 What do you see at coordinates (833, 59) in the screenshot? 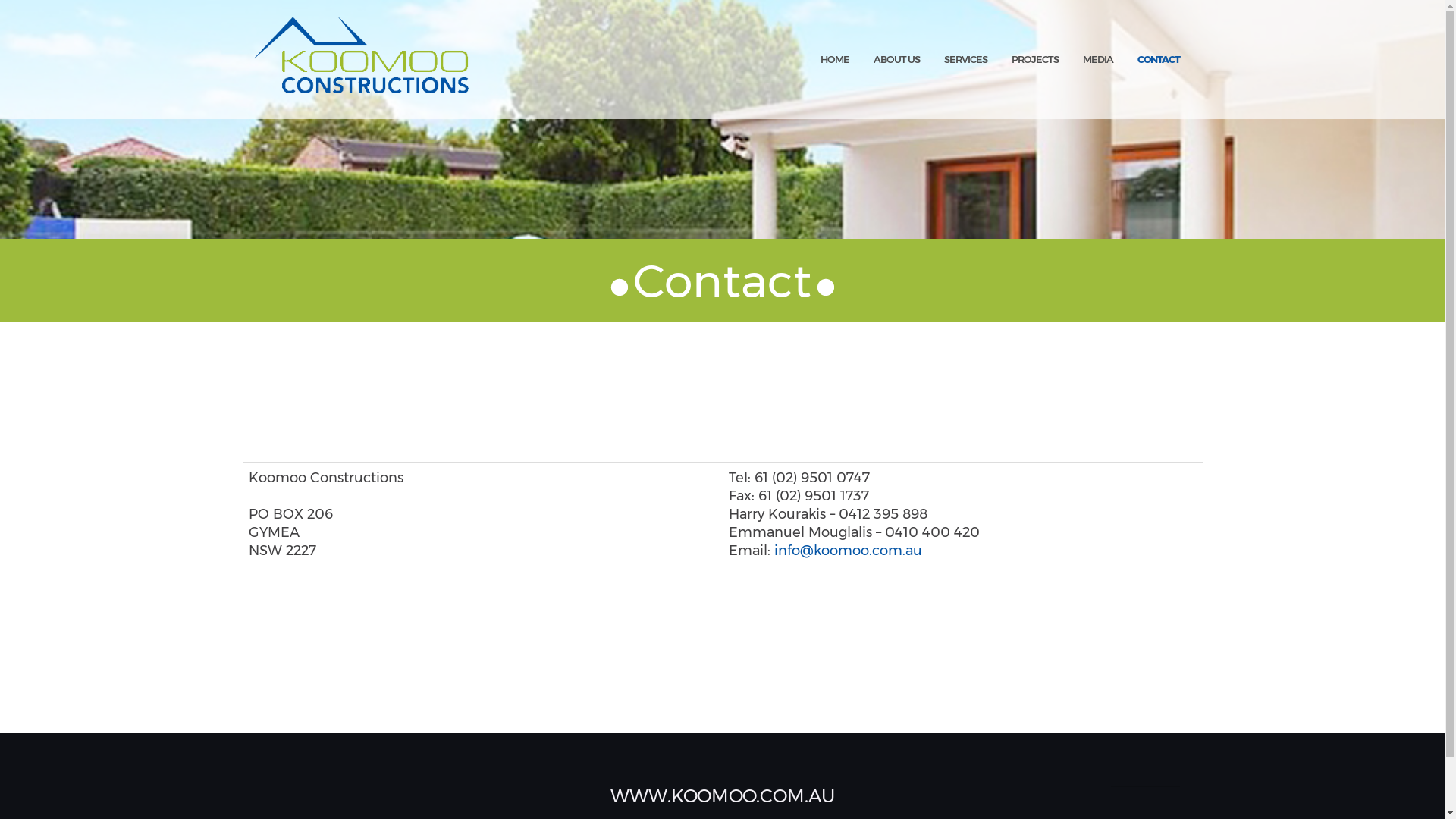
I see `'HOME'` at bounding box center [833, 59].